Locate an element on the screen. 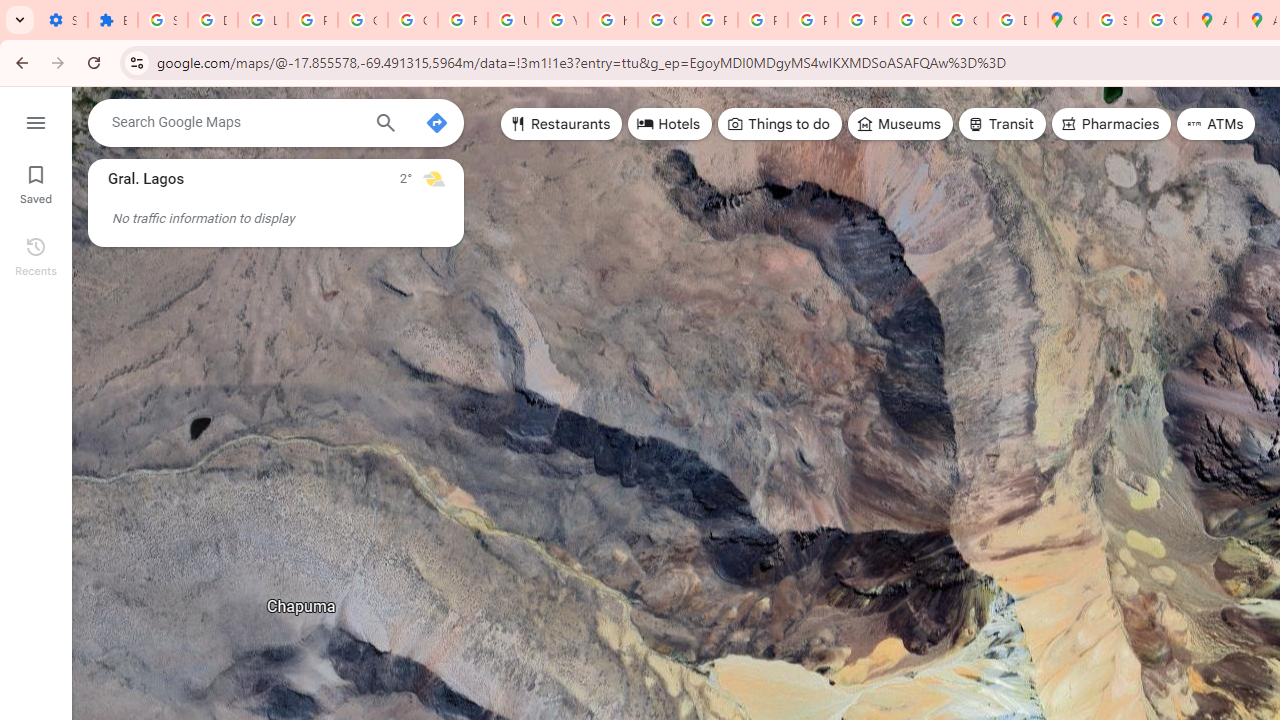 This screenshot has width=1280, height=720. 'Google Maps' is located at coordinates (1062, 20).